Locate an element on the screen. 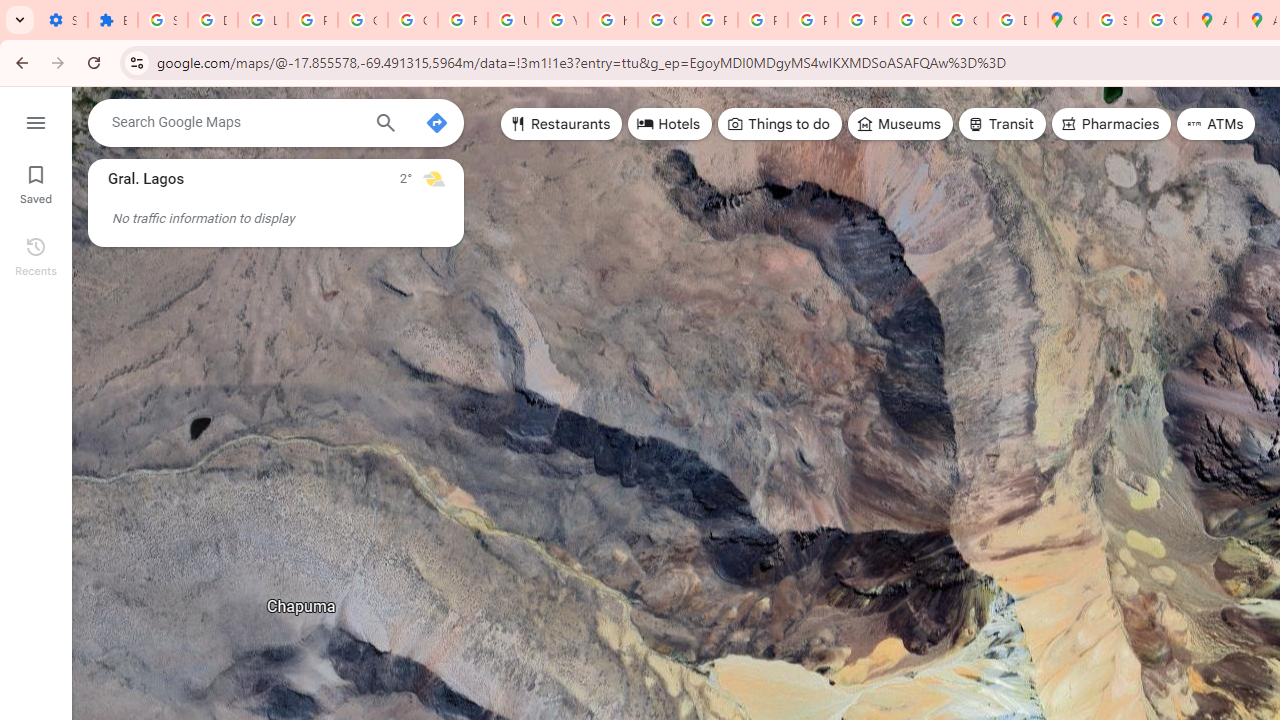 This screenshot has width=1280, height=720. 'Google Maps' is located at coordinates (1062, 20).